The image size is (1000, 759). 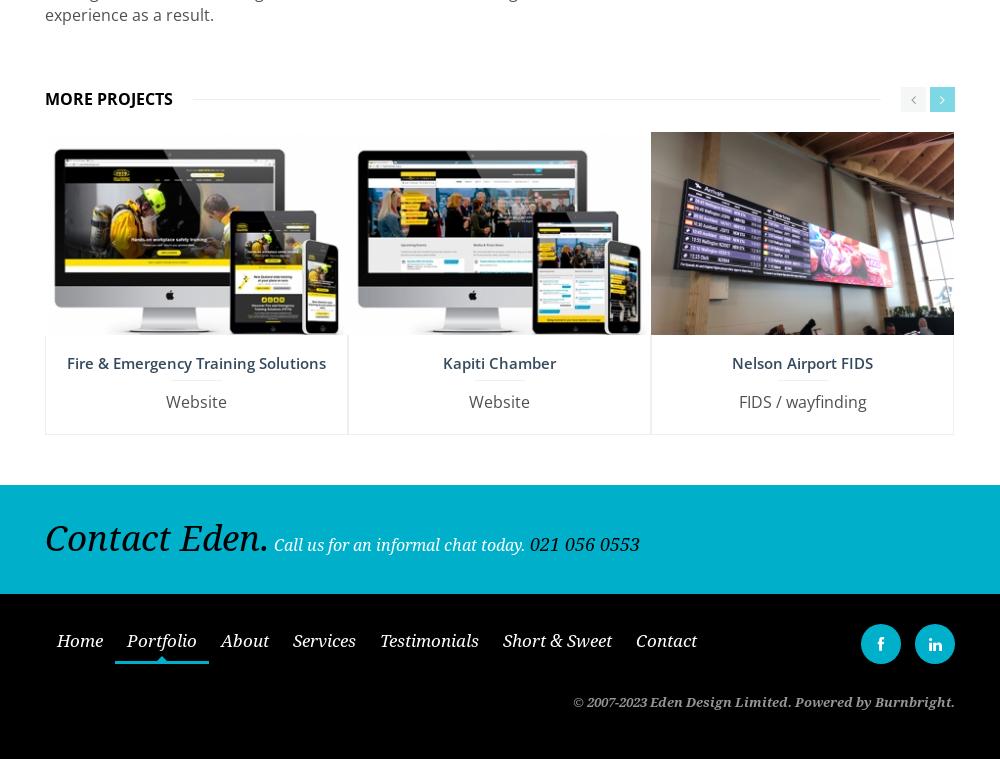 I want to click on 'Call us for an informal chat today.', so click(x=400, y=537).